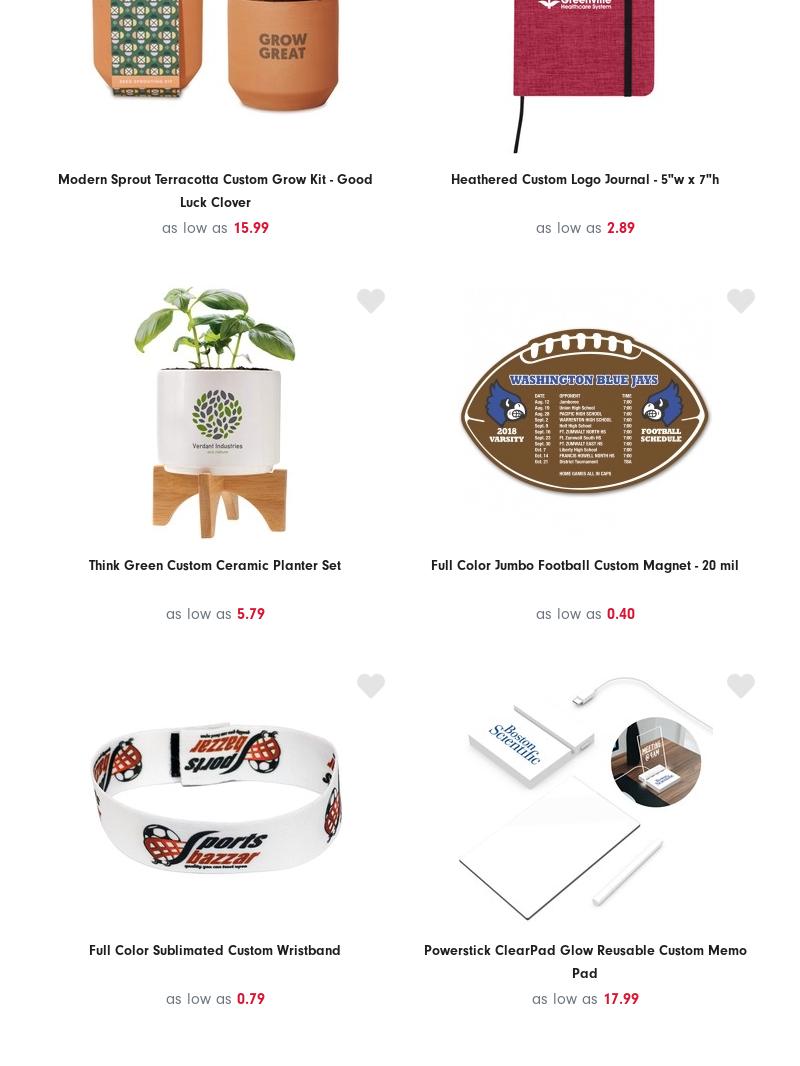 The height and width of the screenshot is (1066, 800). I want to click on 'Powerstick ClearPad Glow Reusable Custom Memo Pad', so click(583, 961).